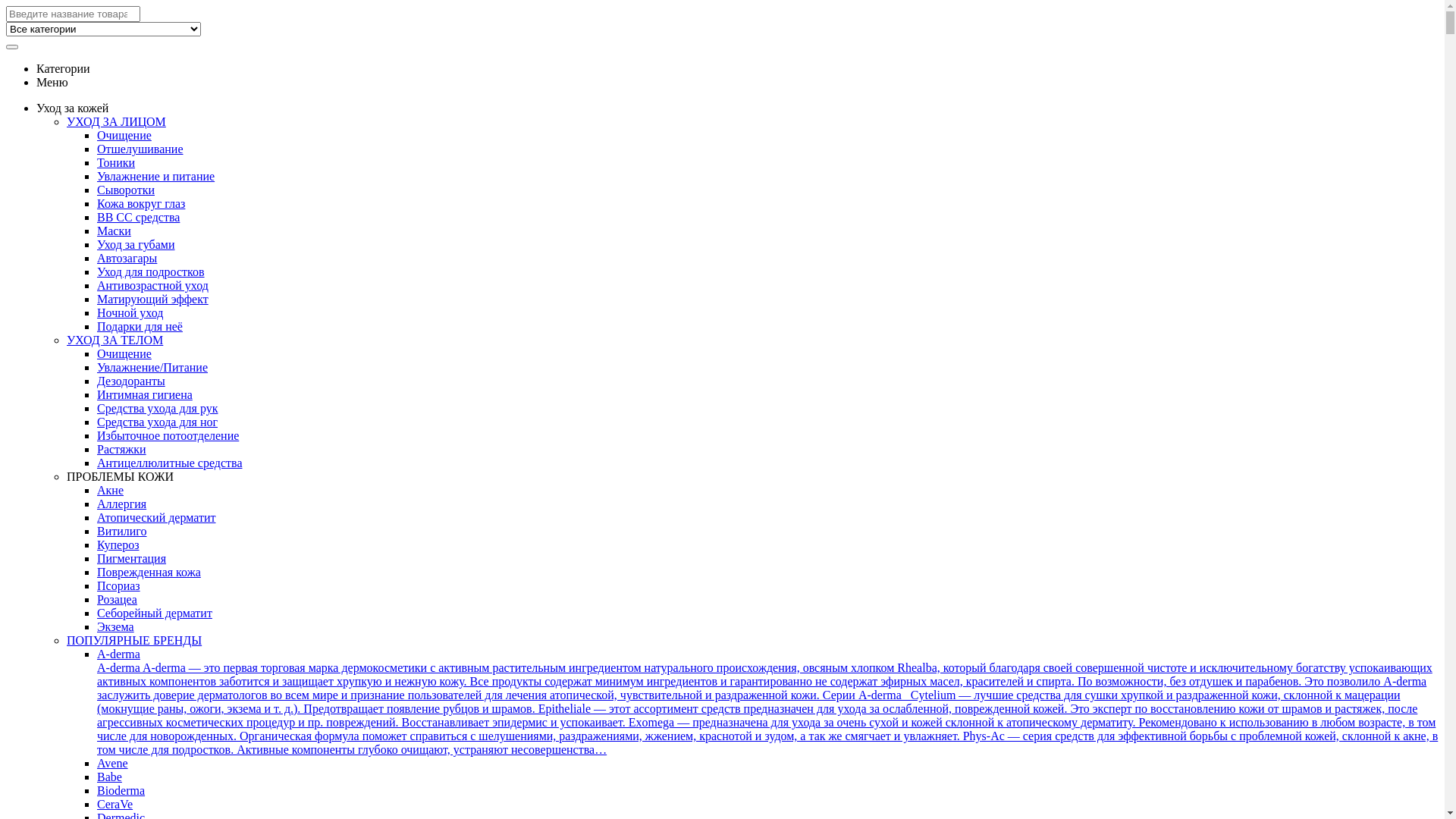  What do you see at coordinates (96, 777) in the screenshot?
I see `'Babe'` at bounding box center [96, 777].